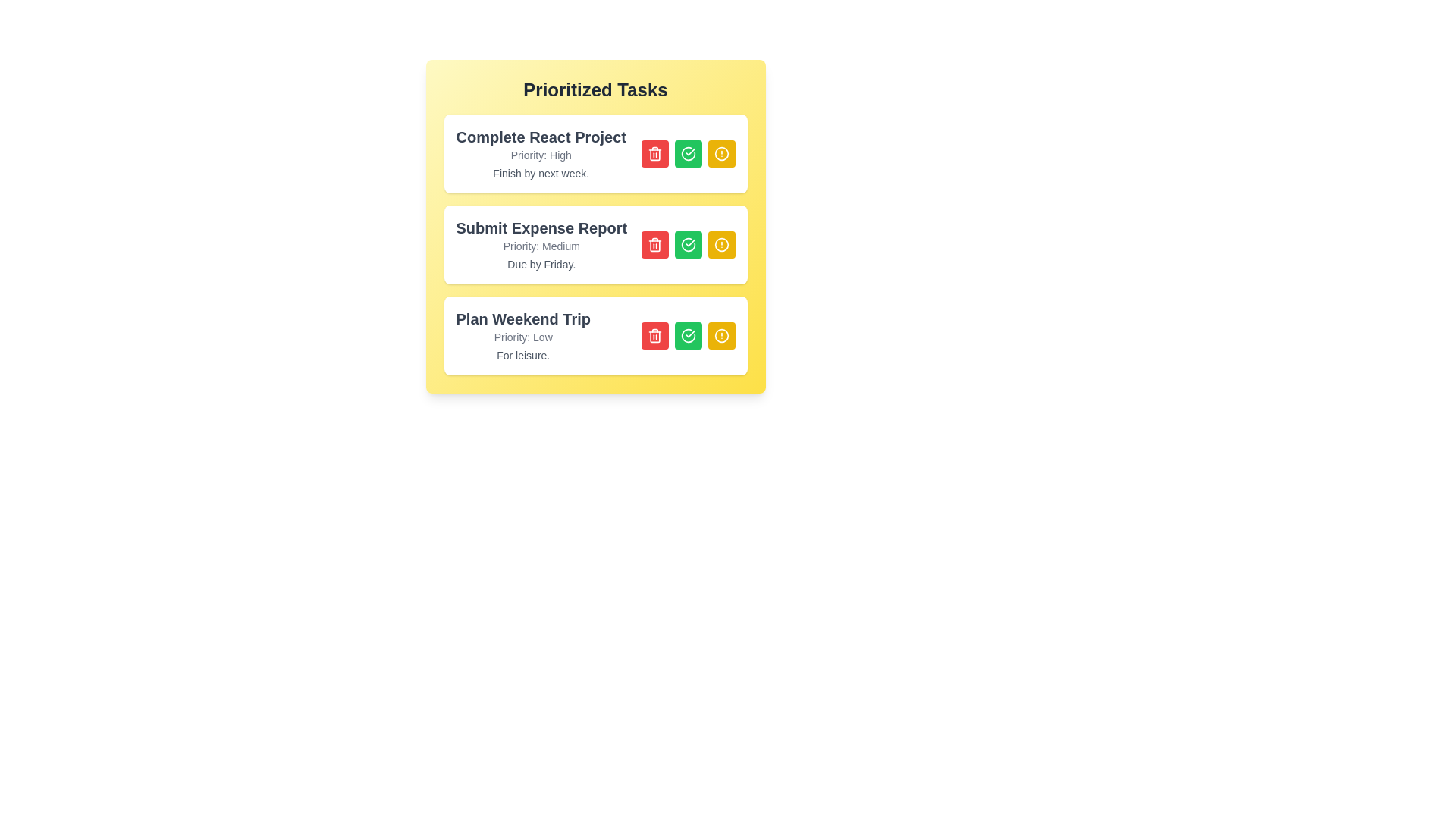  What do you see at coordinates (654, 244) in the screenshot?
I see `delete button next to the task titled 'Submit Expense Report'` at bounding box center [654, 244].